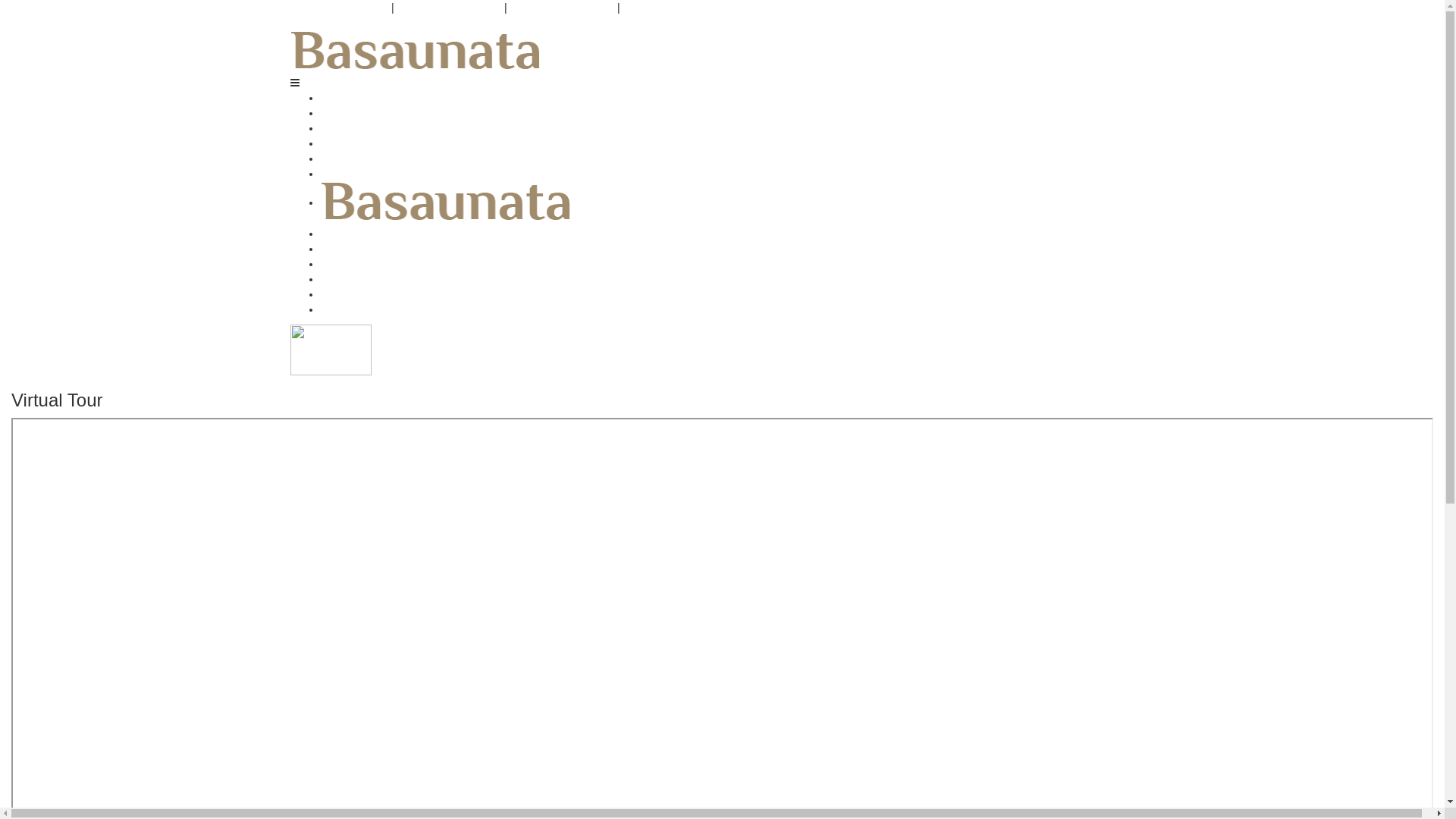 Image resolution: width=1456 pixels, height=819 pixels. What do you see at coordinates (449, 8) in the screenshot?
I see `'+32 (0)498 51 96 51'` at bounding box center [449, 8].